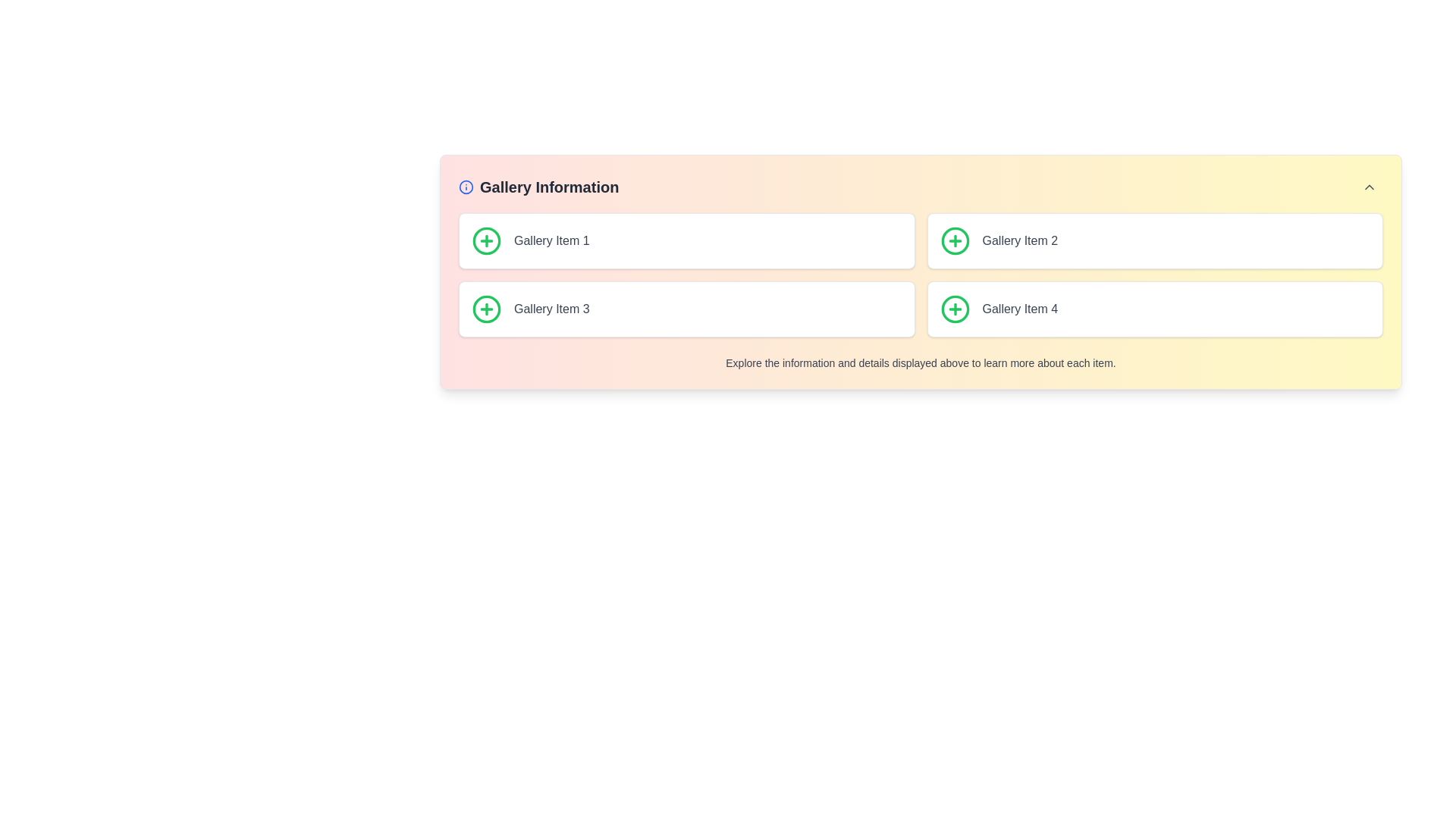 Image resolution: width=1456 pixels, height=819 pixels. I want to click on the first gallery item card located in the top-left corner of the two-by-two grid, so click(686, 240).